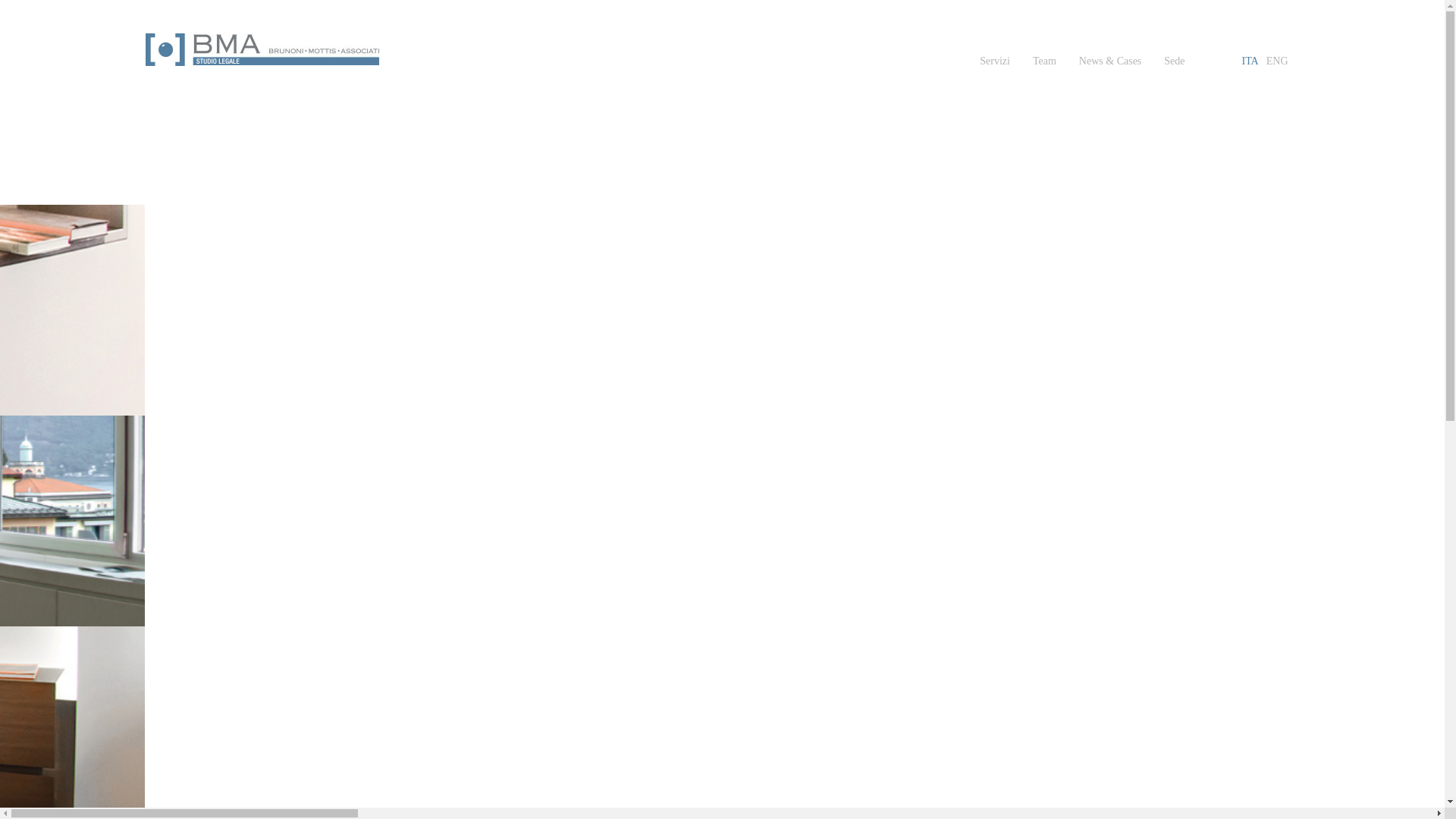  Describe the element at coordinates (1110, 61) in the screenshot. I see `'News & Cases'` at that location.